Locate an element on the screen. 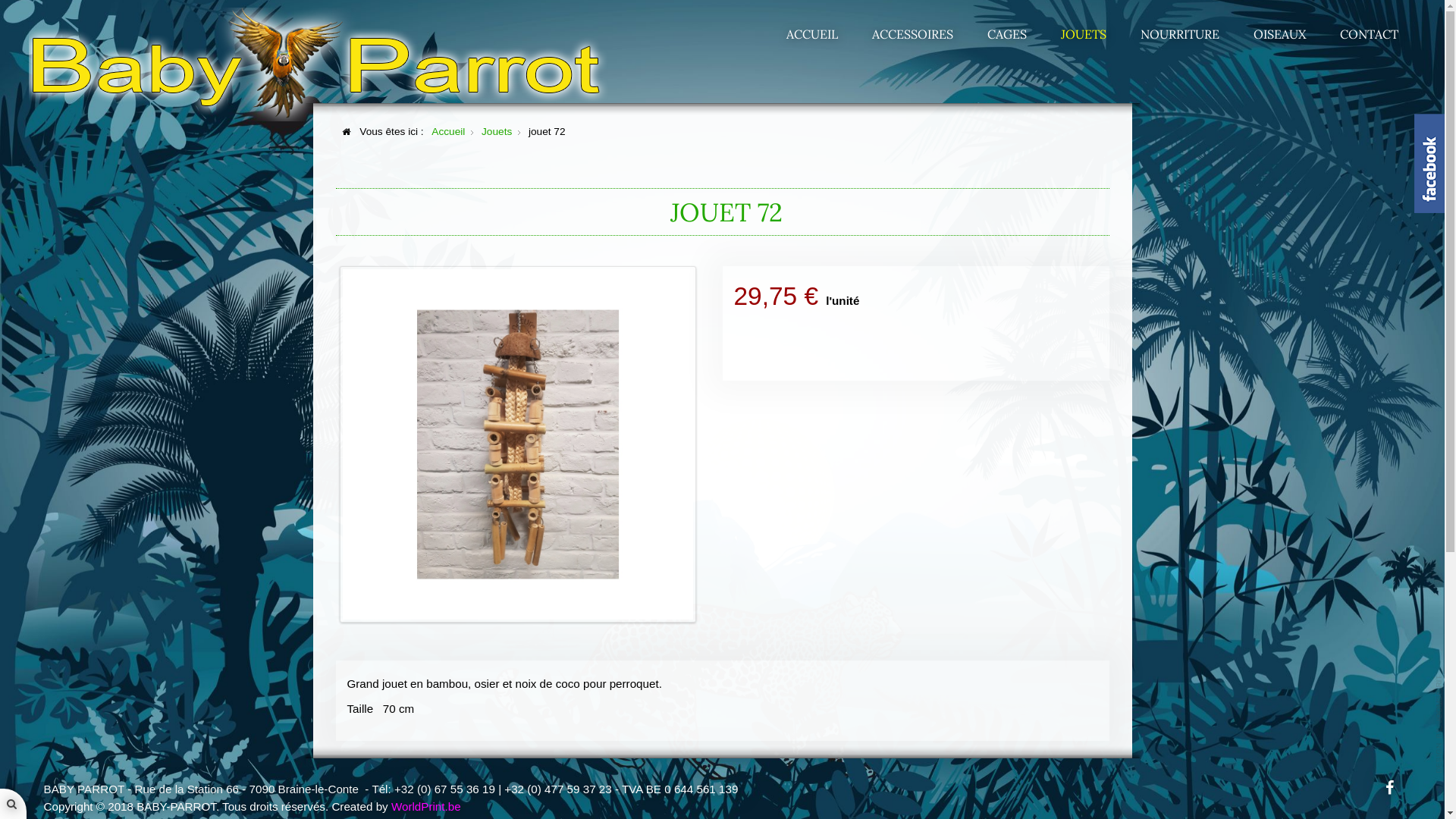  'Facebook' is located at coordinates (1389, 786).